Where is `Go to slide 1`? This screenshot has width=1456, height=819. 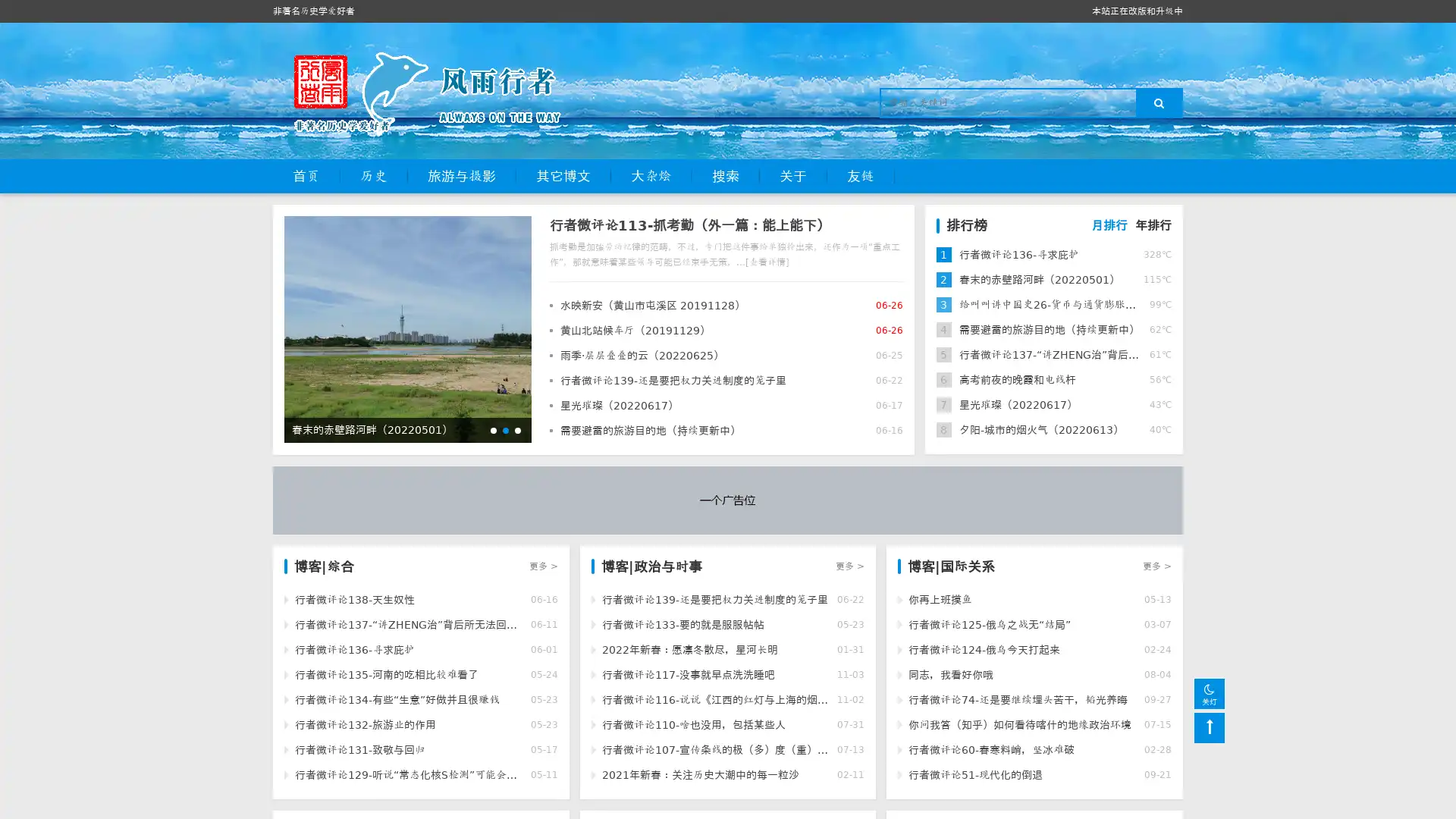
Go to slide 1 is located at coordinates (492, 430).